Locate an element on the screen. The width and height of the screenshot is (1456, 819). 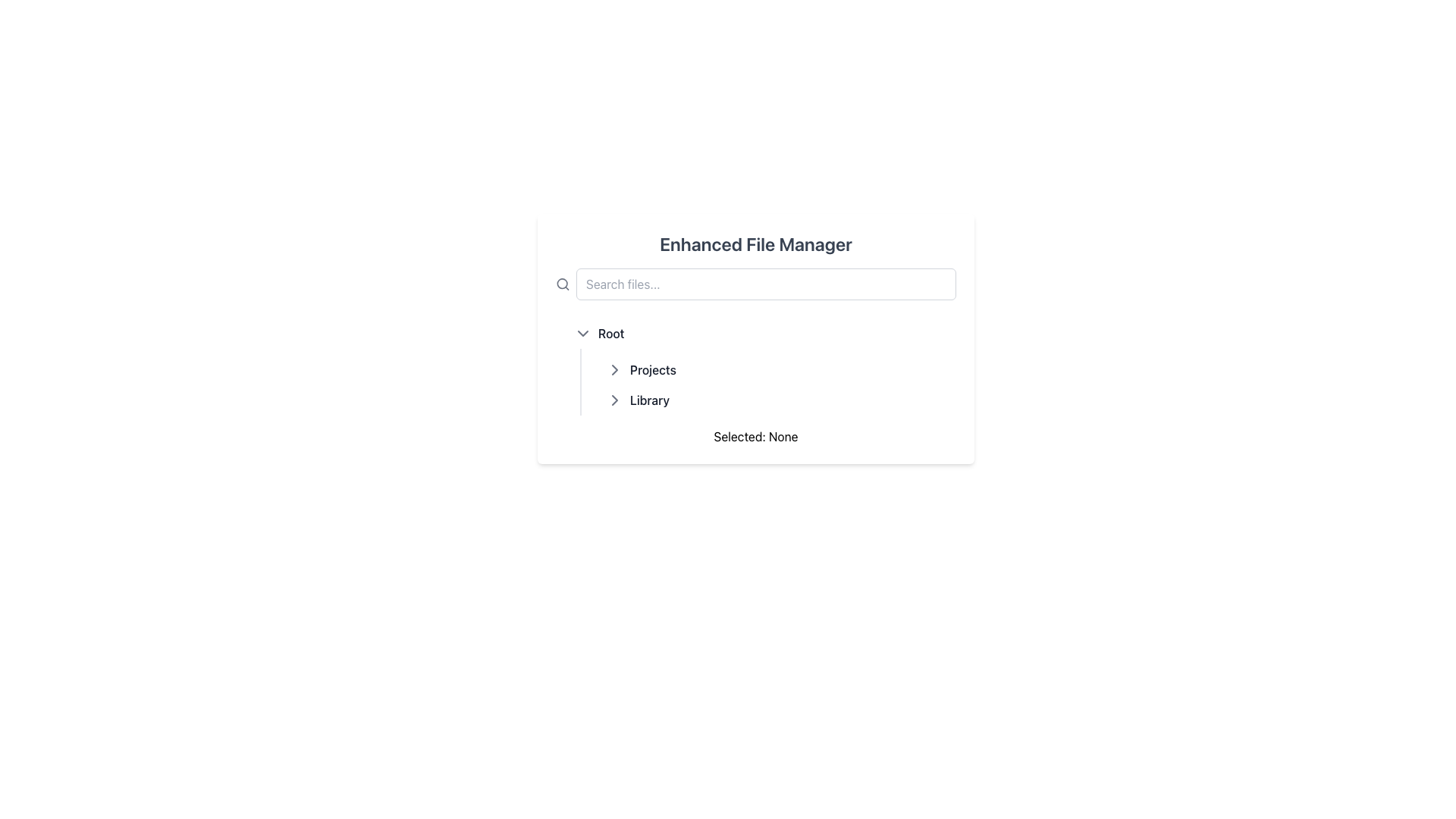
the text label displaying 'Enhanced File Manager' which is centrally positioned at the top of the file manager interface is located at coordinates (756, 243).